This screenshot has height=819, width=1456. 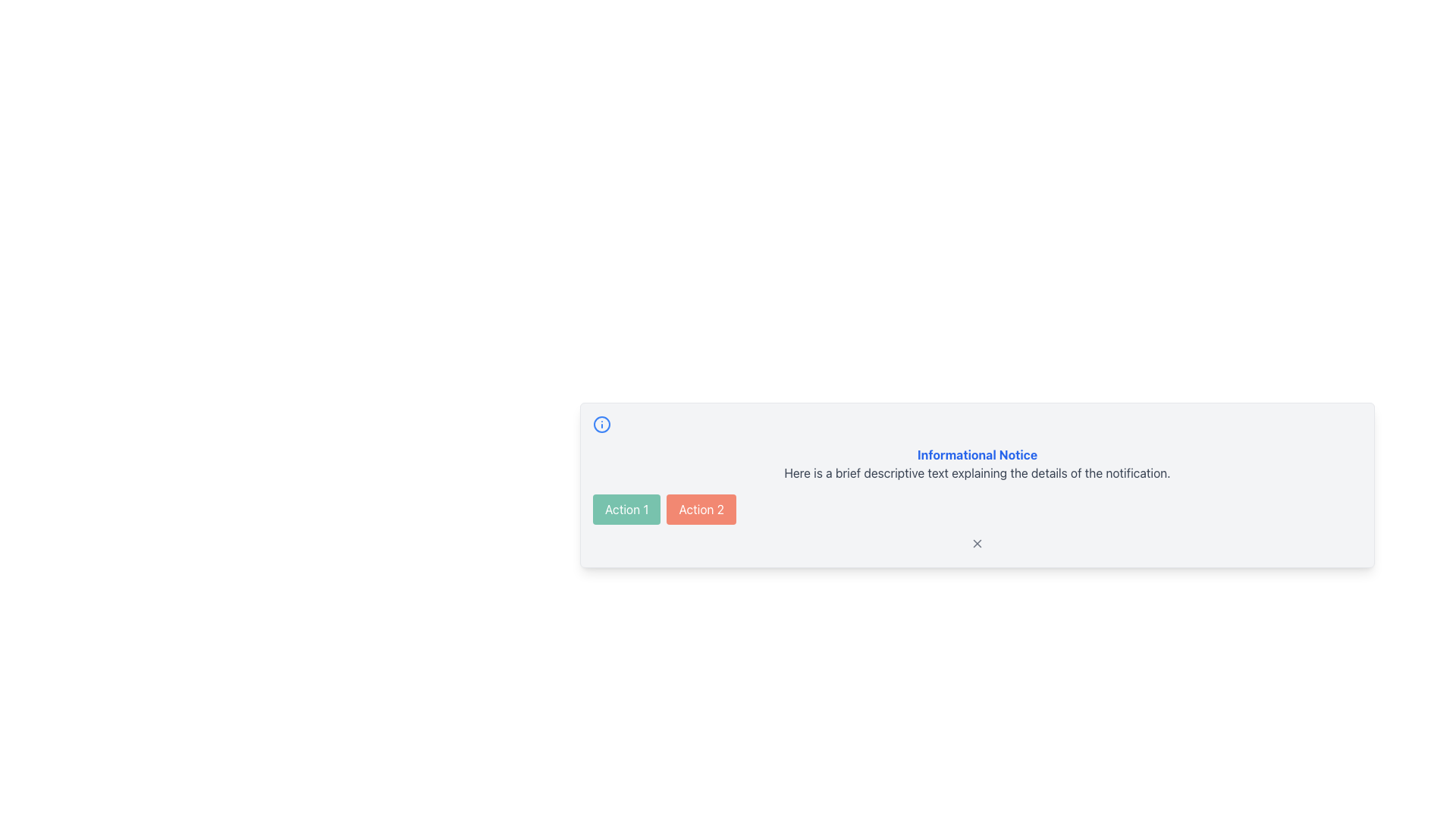 What do you see at coordinates (601, 424) in the screenshot?
I see `the Vector Graphic Element (Circle) that is part of the informational notification icon aligned with the title 'Informational Notice'` at bounding box center [601, 424].